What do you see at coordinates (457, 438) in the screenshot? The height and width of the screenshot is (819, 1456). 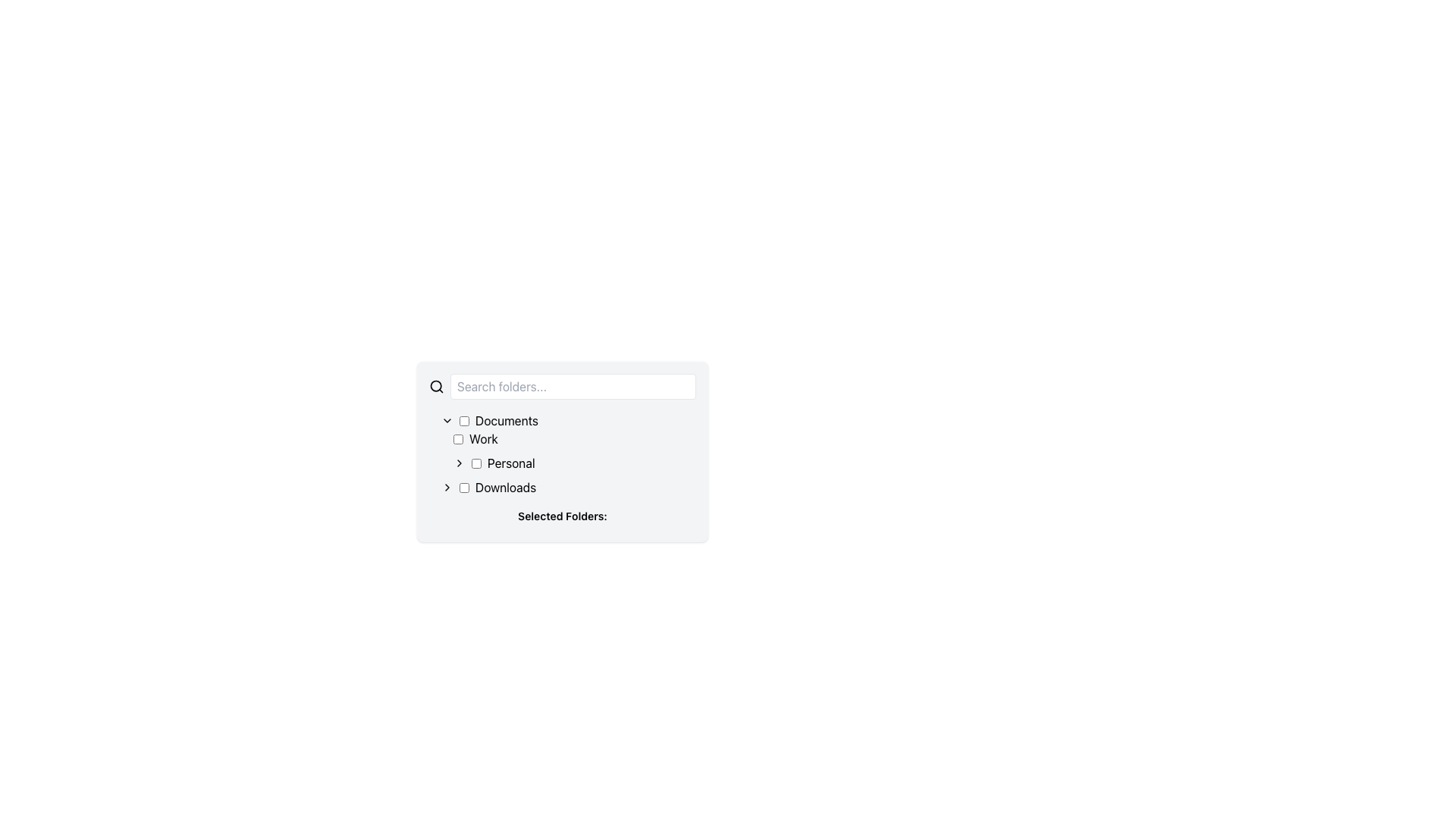 I see `the checkbox labeled 'Work' to trigger hover effects` at bounding box center [457, 438].